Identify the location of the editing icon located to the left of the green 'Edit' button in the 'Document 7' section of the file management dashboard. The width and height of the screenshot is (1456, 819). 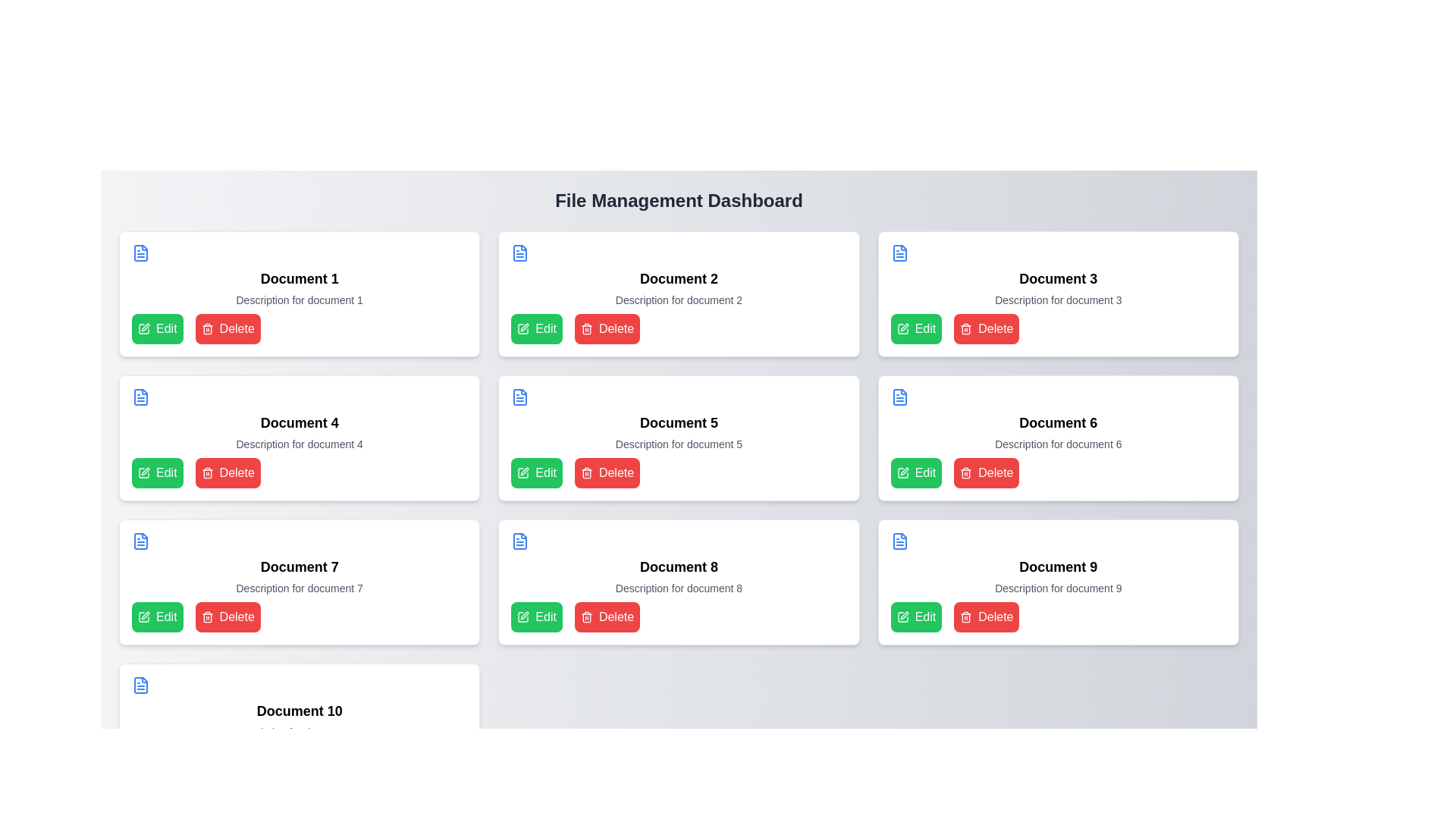
(146, 616).